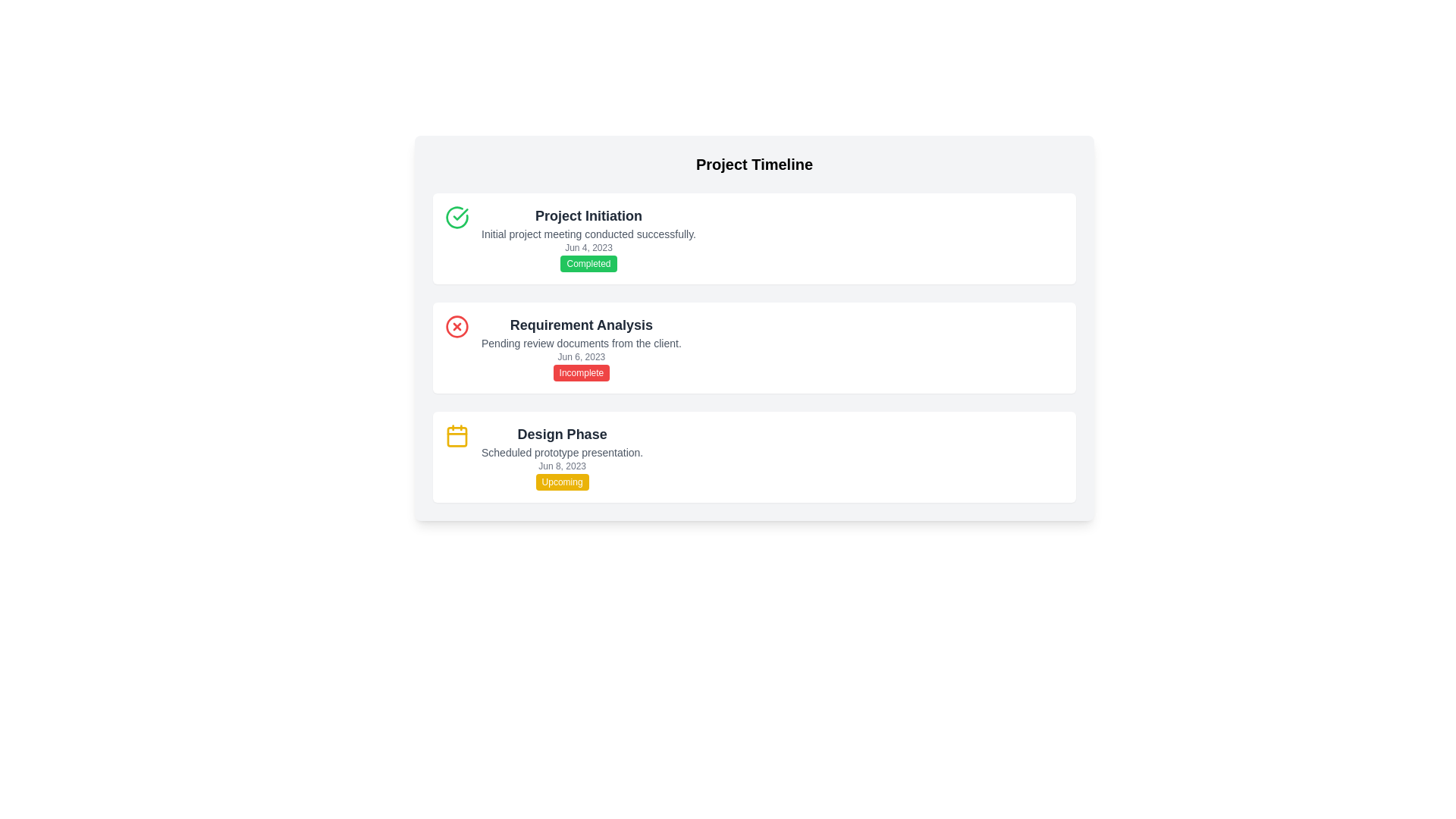  What do you see at coordinates (580, 343) in the screenshot?
I see `the text label that displays 'Pending review documents from the client.', which is styled in gray and located below 'Requirement Analysis' and above the date 'Jun 6, 2023'` at bounding box center [580, 343].